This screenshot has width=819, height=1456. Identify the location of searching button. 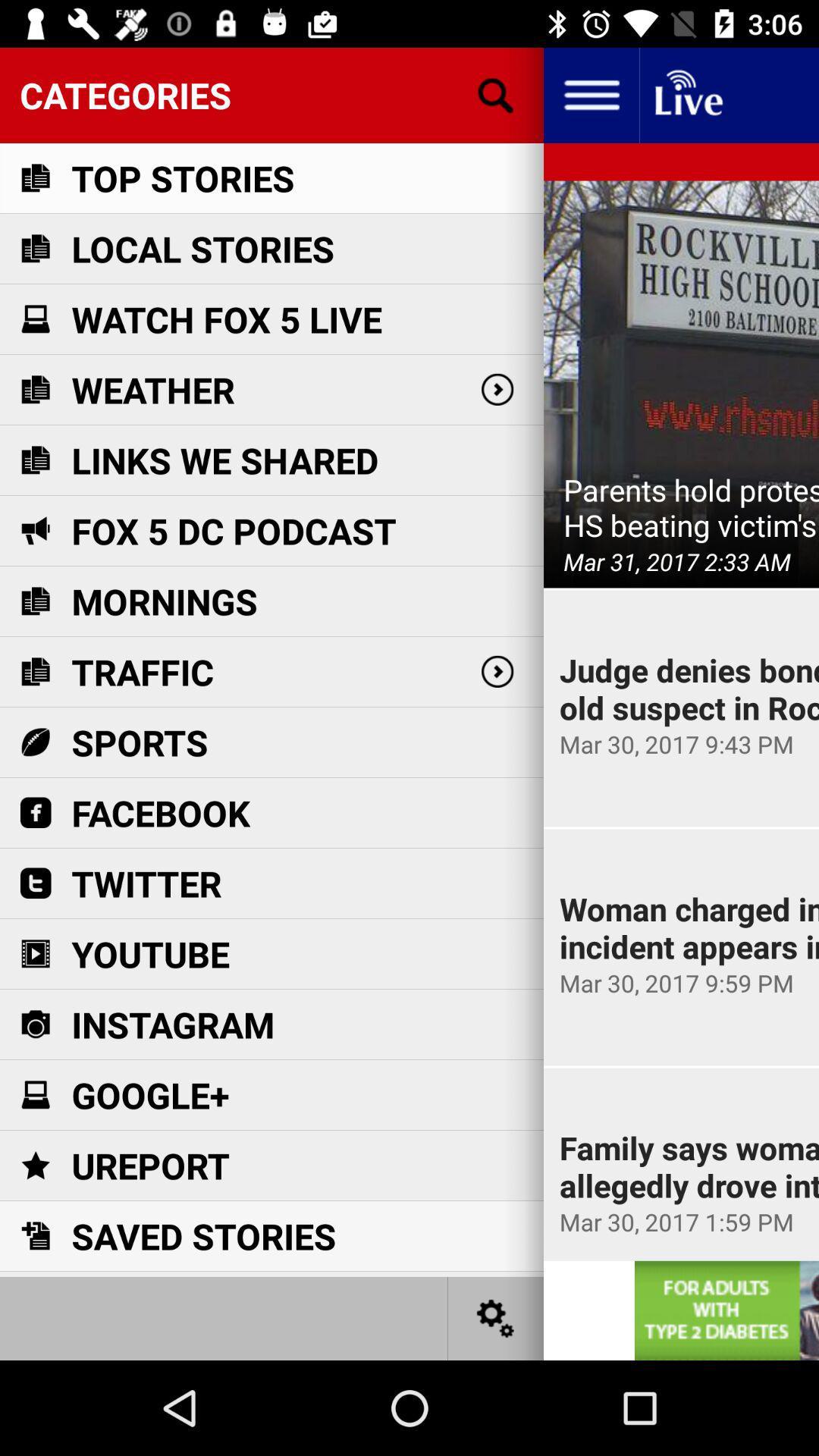
(496, 94).